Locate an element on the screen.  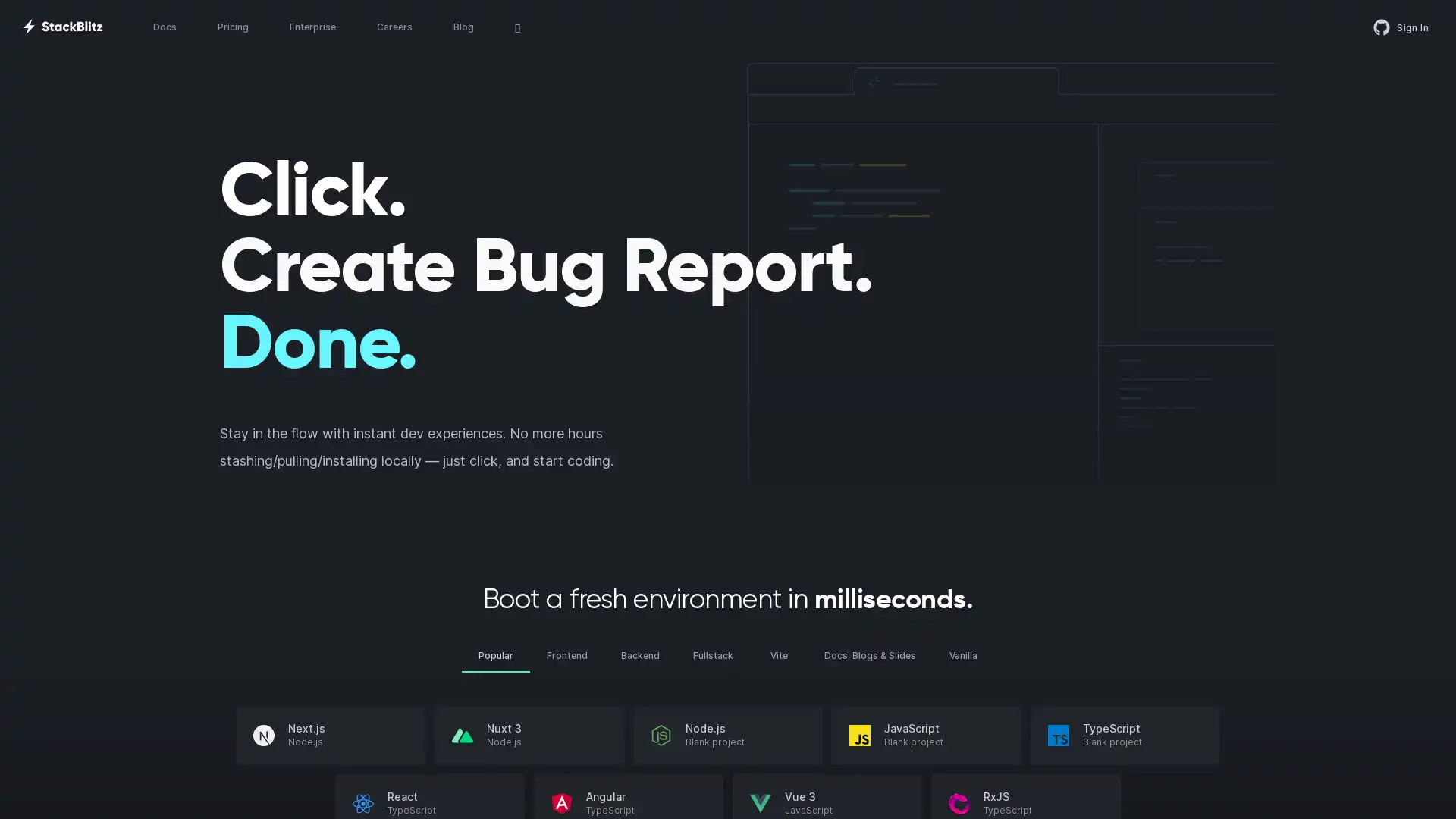
Vite is located at coordinates (779, 654).